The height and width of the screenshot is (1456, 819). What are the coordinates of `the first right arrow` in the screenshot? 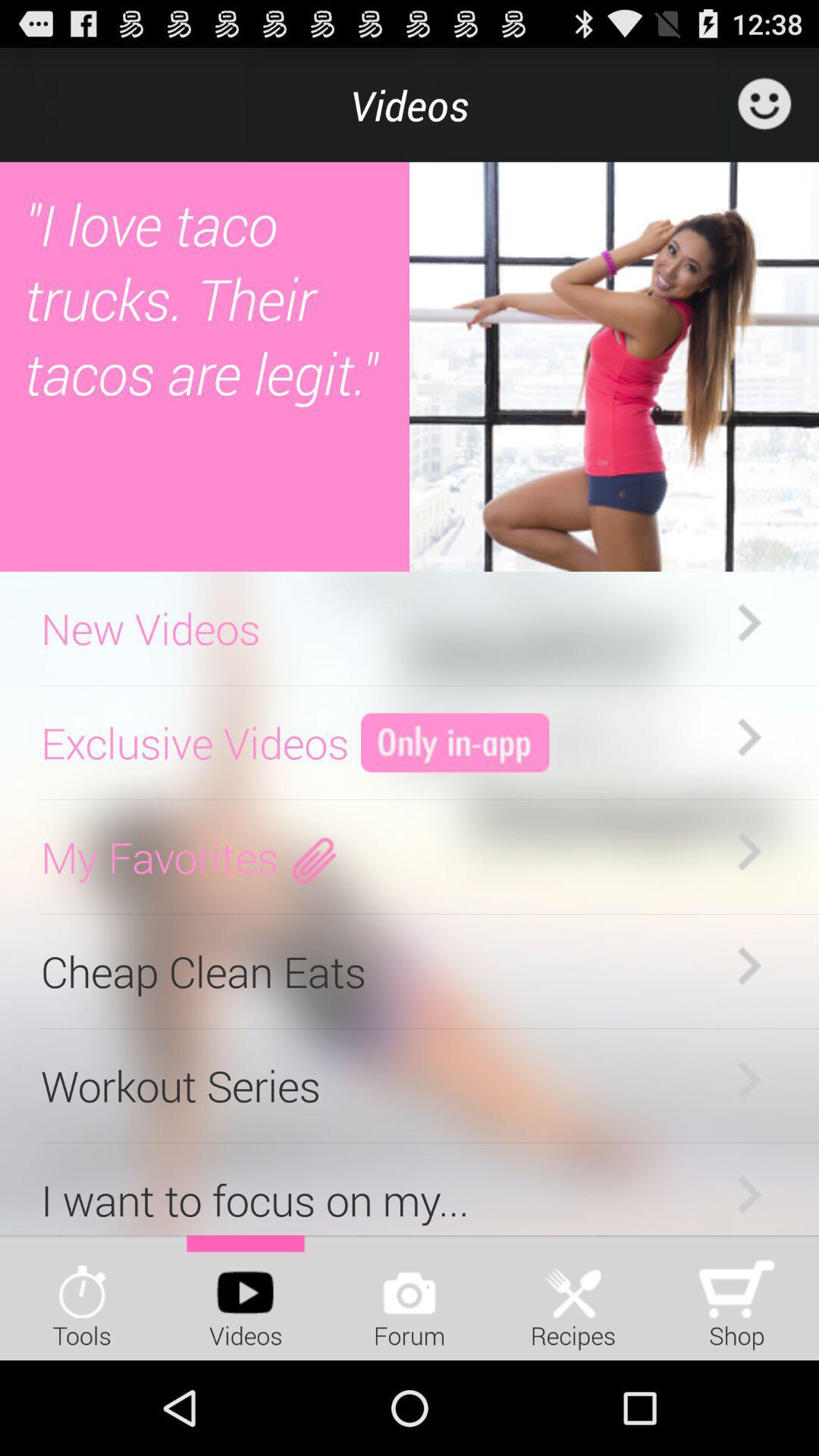 It's located at (748, 625).